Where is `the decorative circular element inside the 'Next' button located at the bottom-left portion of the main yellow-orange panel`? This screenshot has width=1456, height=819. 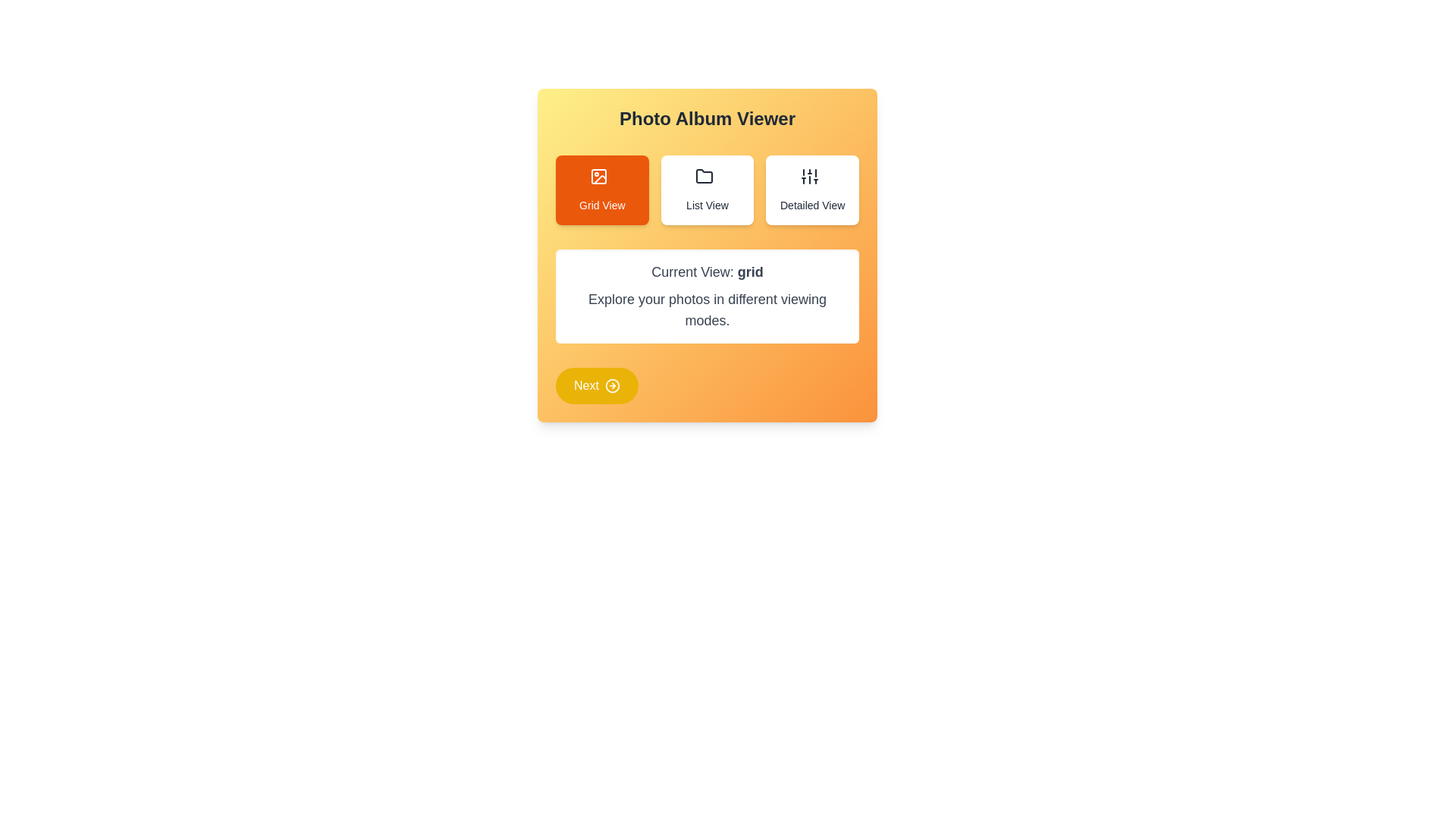 the decorative circular element inside the 'Next' button located at the bottom-left portion of the main yellow-orange panel is located at coordinates (612, 385).